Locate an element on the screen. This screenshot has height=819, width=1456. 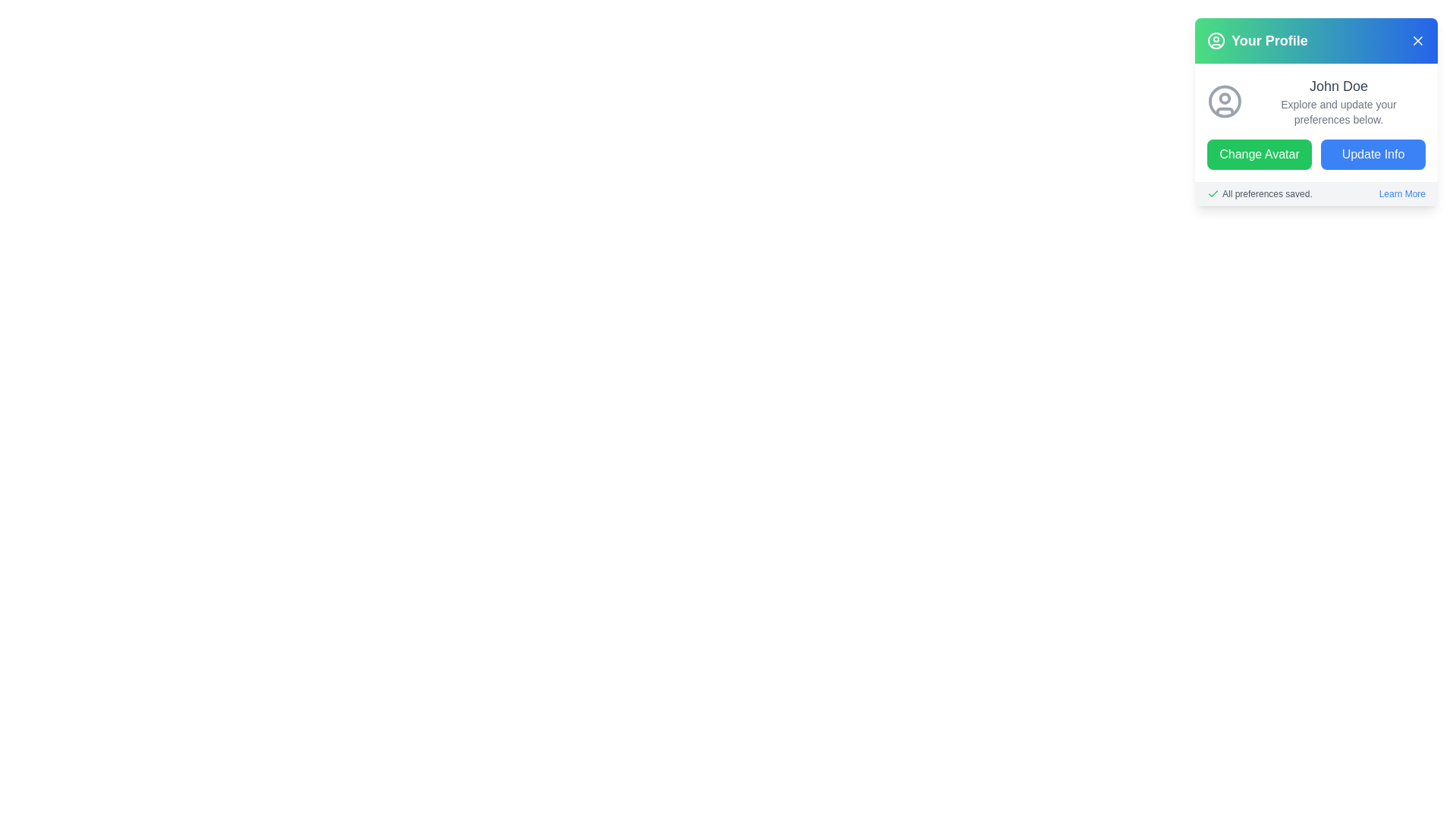
the circular icon located to the left of the 'John Doe' text, which has an outer circle and an inner head-like shape styled in gray is located at coordinates (1225, 102).